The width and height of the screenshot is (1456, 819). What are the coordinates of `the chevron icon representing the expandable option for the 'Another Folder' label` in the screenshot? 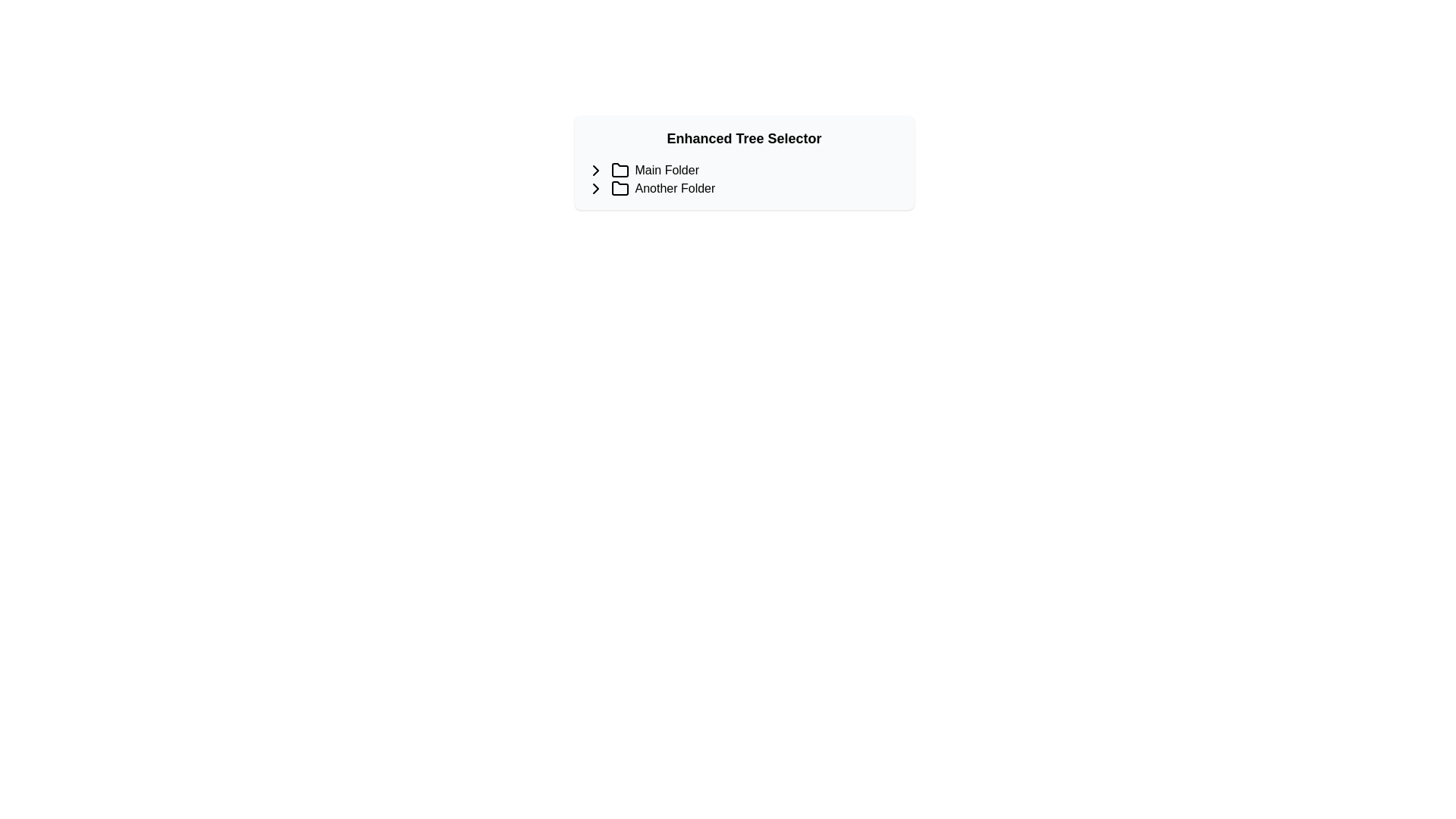 It's located at (595, 188).